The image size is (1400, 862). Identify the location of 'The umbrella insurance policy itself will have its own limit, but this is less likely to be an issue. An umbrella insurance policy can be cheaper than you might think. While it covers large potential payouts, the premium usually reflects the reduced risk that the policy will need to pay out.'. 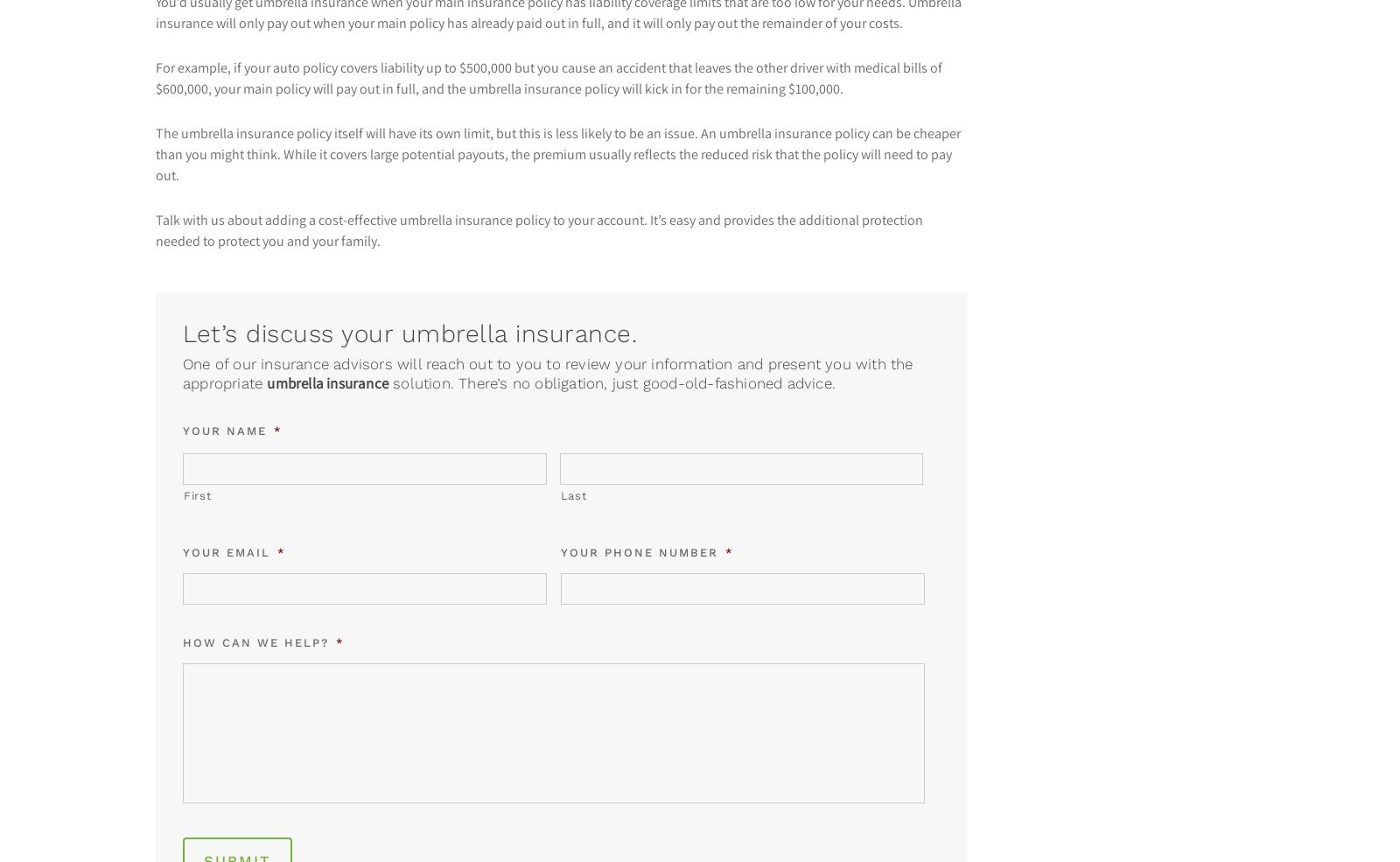
(153, 153).